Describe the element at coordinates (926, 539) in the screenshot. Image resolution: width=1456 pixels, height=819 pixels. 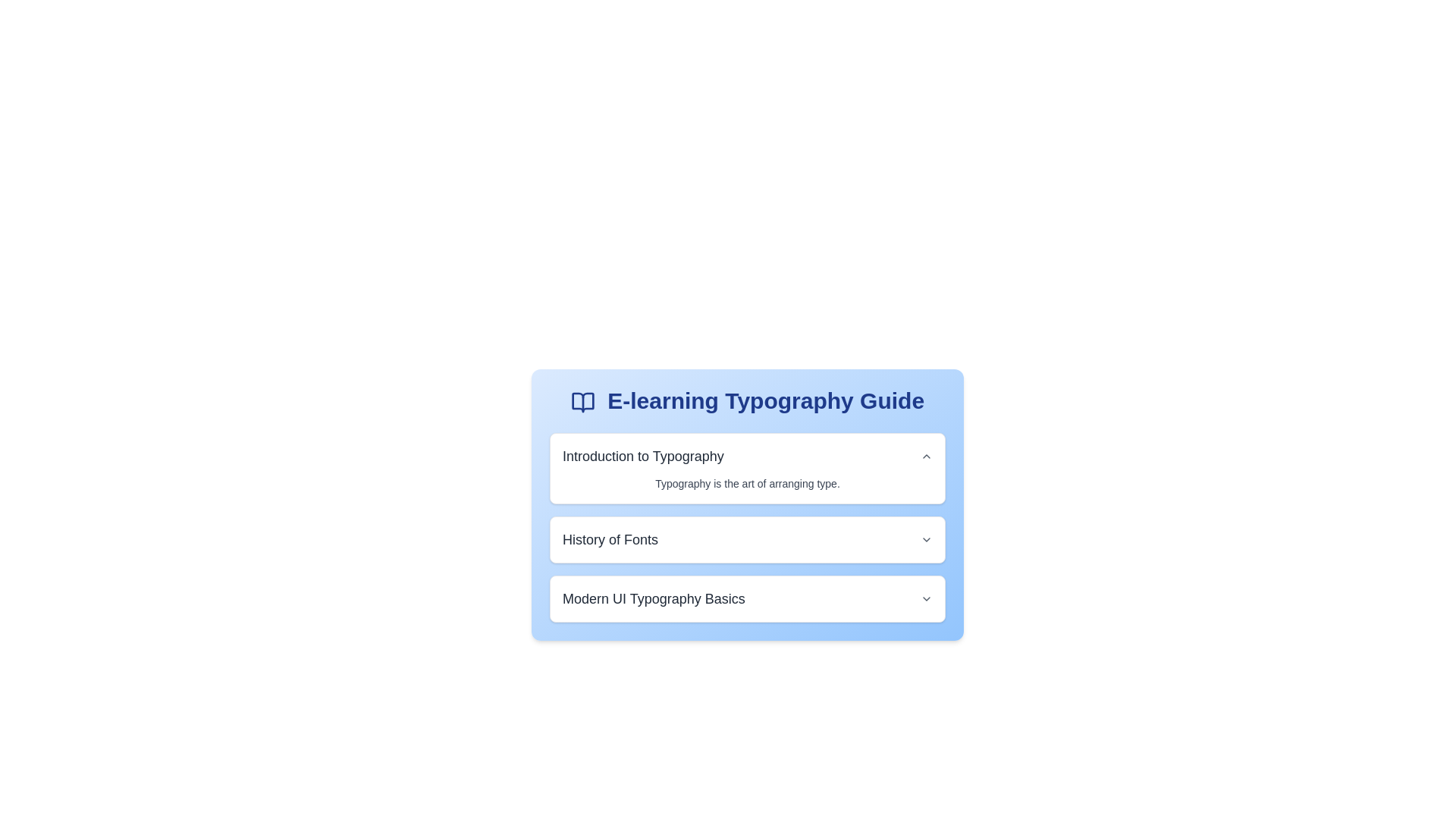
I see `the downward-pointing chevron icon button located in the 'History of Fonts' section` at that location.